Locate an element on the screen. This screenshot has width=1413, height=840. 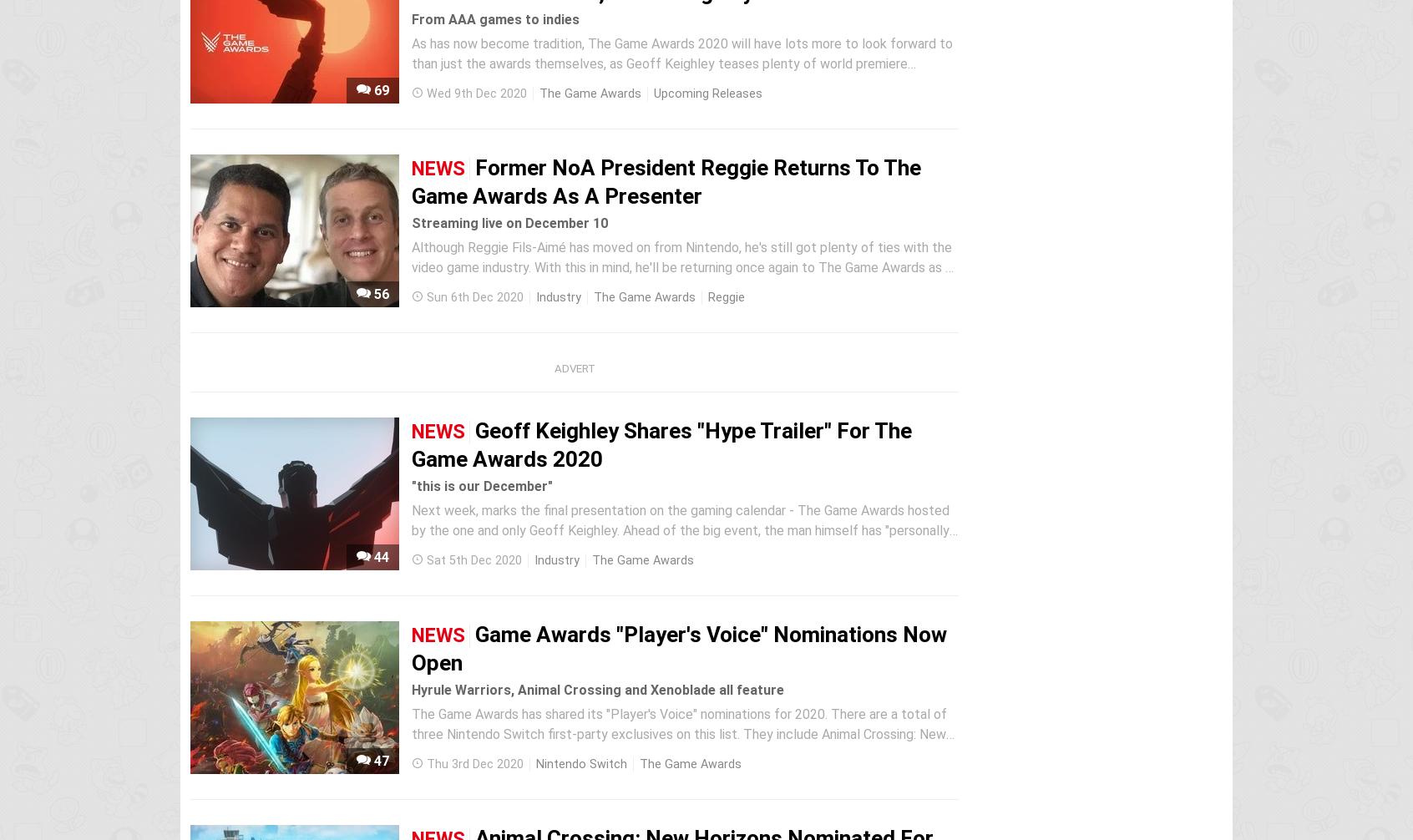
'Sun 6th Dec 2020' is located at coordinates (474, 296).